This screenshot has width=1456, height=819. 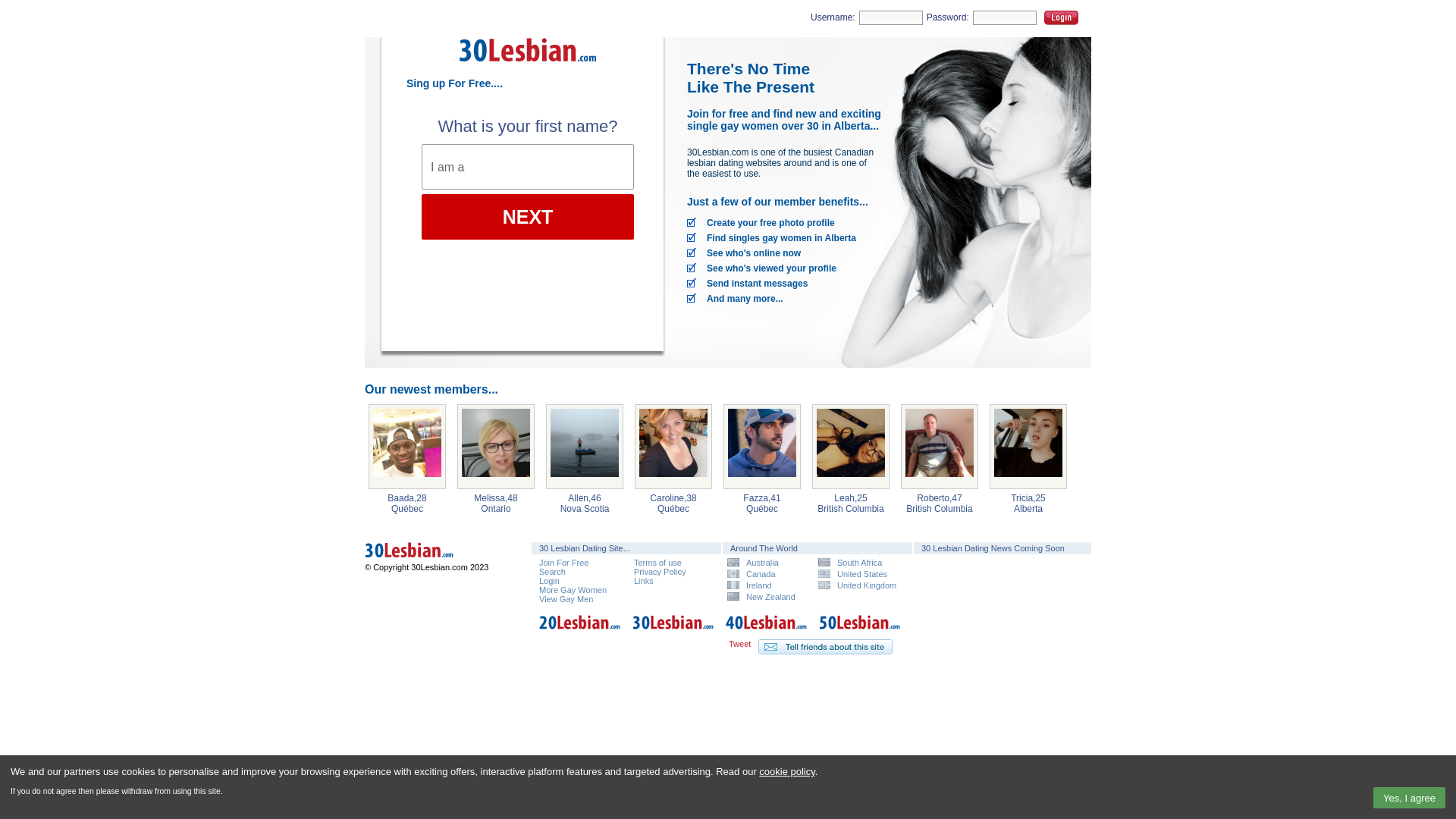 What do you see at coordinates (858, 562) in the screenshot?
I see `'South Africa'` at bounding box center [858, 562].